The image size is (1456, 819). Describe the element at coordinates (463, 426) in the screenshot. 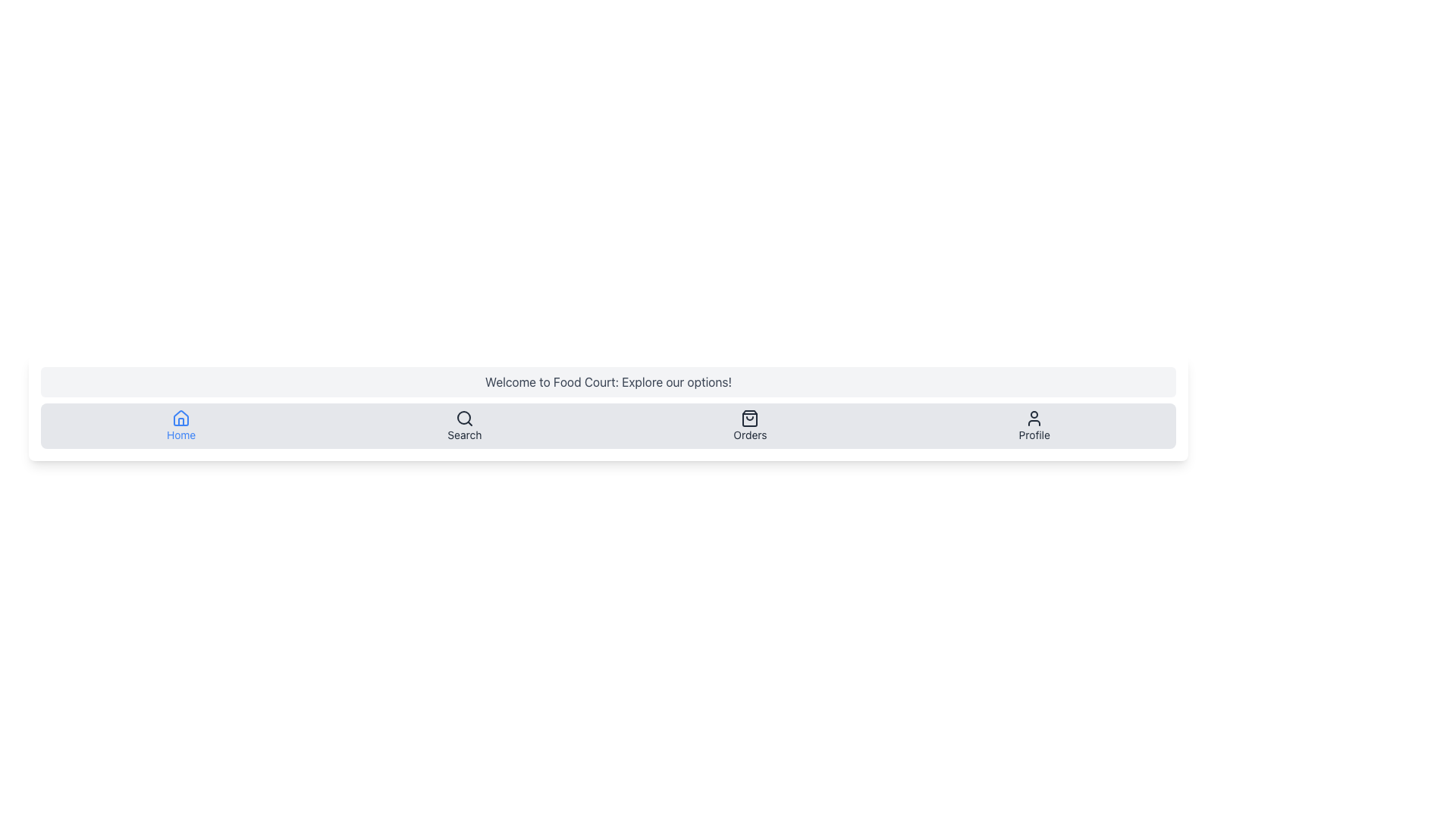

I see `the navigation button with an icon and text label for the search feature, located in the menu bar near the bottom of the page` at that location.